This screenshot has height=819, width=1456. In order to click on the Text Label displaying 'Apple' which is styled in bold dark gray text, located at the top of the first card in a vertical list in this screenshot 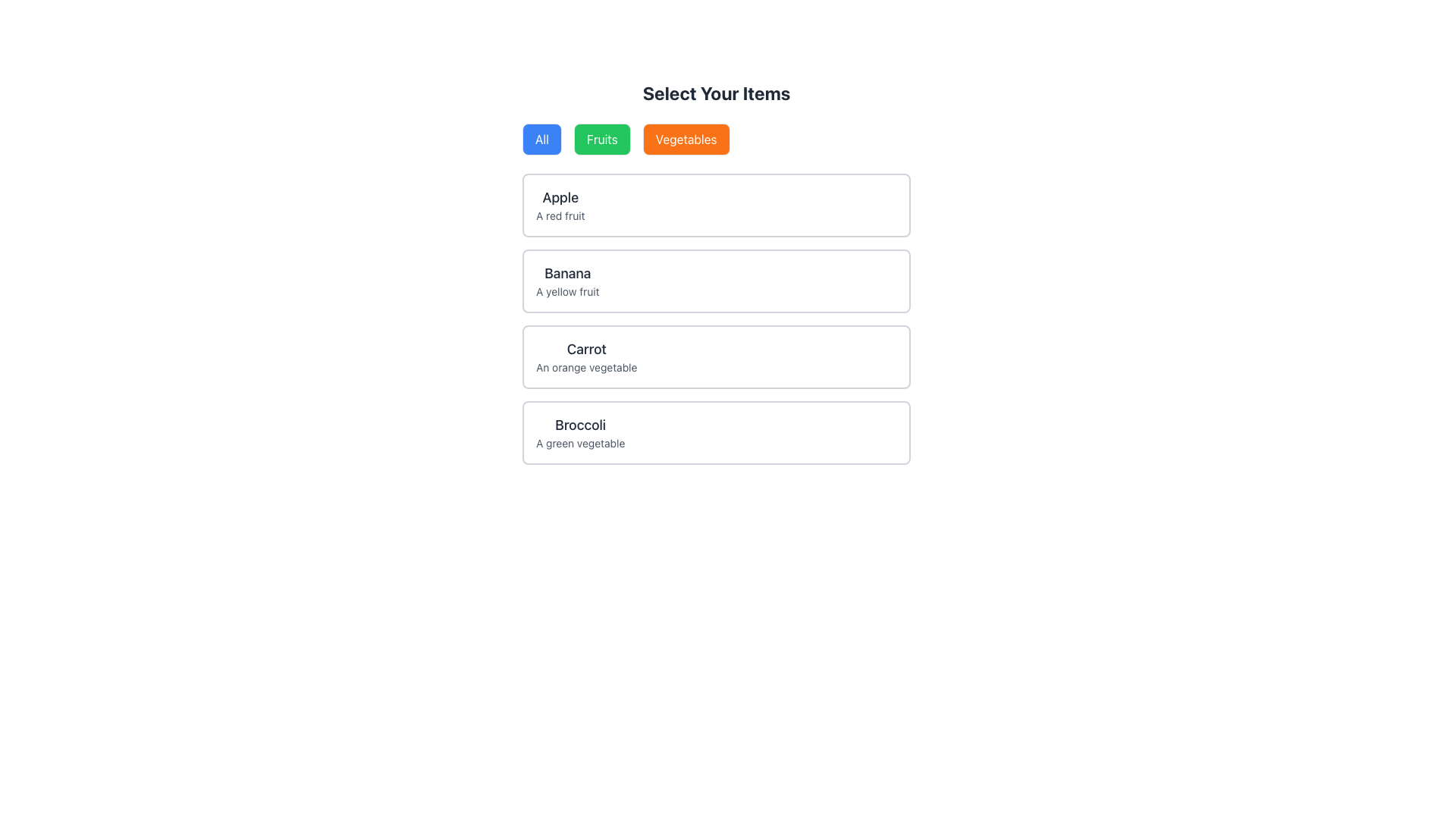, I will do `click(560, 197)`.